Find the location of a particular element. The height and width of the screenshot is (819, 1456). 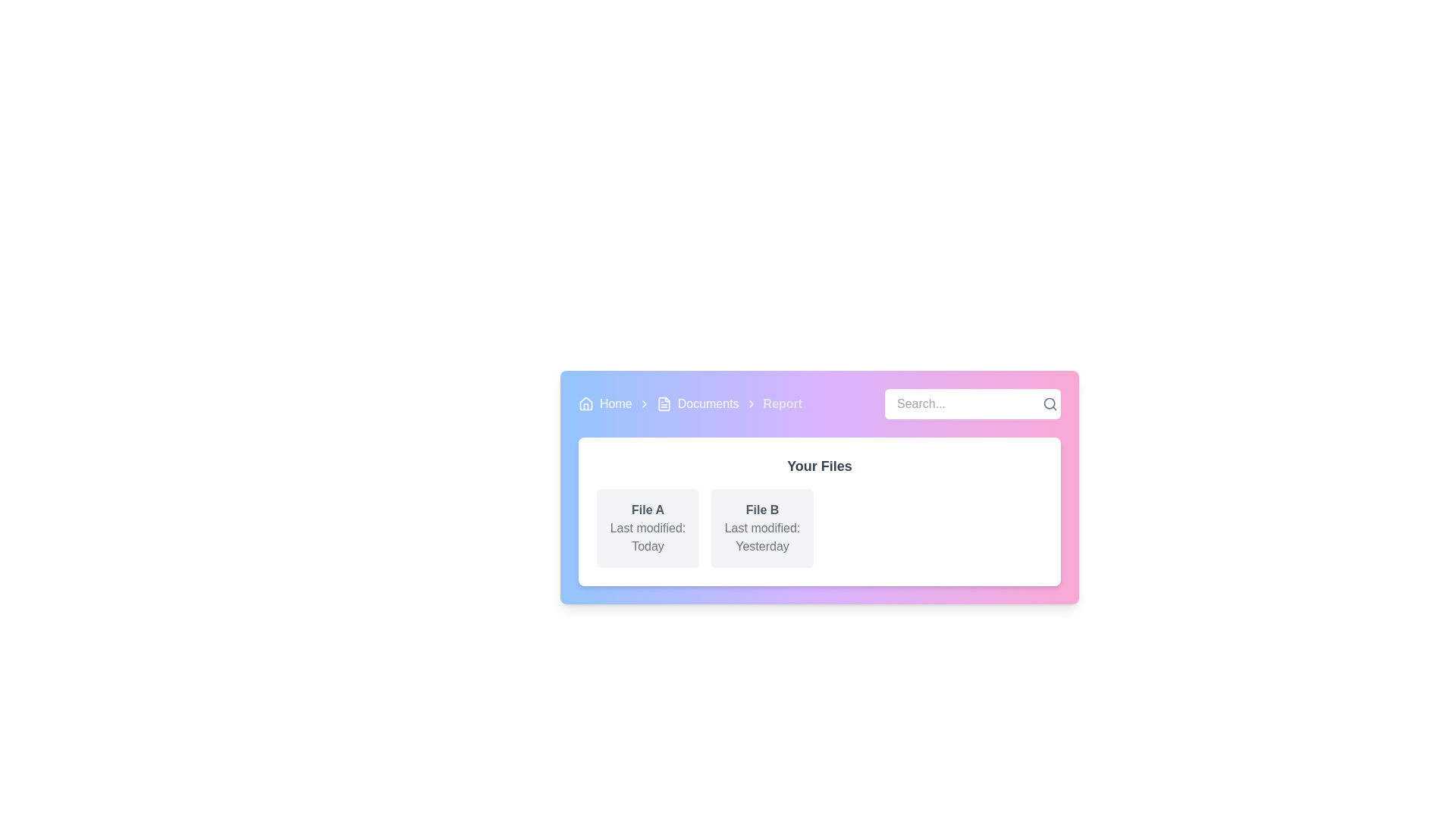

the circular SVG element of the search icon located is located at coordinates (1048, 403).